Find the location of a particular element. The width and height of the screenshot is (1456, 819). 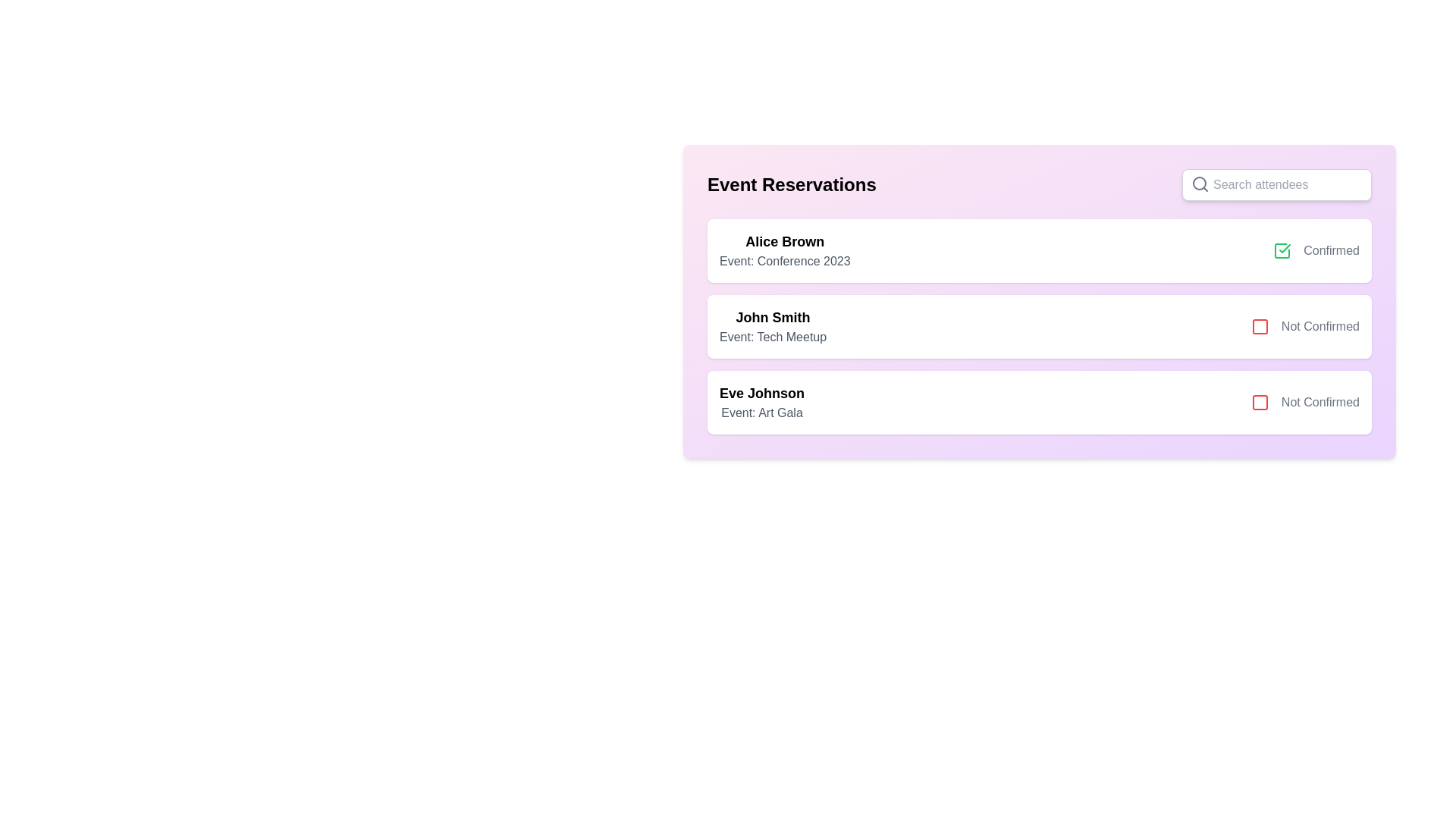

the Text Display that shows 'Eve Johnson' in bold and 'Event: Art Gala' underneath it, which is the third item in a vertical list of event reservation entries is located at coordinates (761, 402).